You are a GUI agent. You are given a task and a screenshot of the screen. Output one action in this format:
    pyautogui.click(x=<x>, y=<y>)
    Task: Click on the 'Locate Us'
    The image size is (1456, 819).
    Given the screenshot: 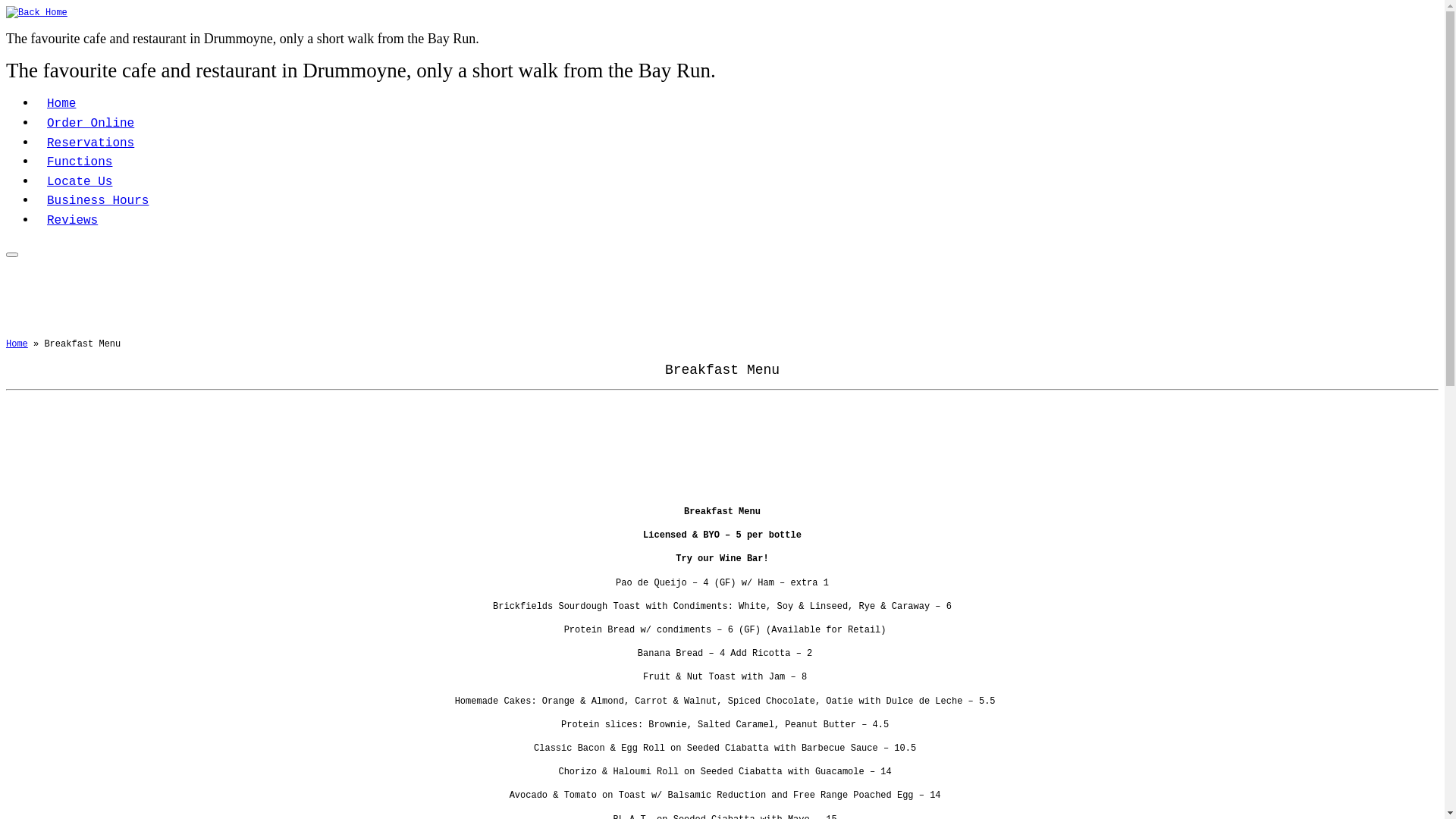 What is the action you would take?
    pyautogui.click(x=36, y=180)
    